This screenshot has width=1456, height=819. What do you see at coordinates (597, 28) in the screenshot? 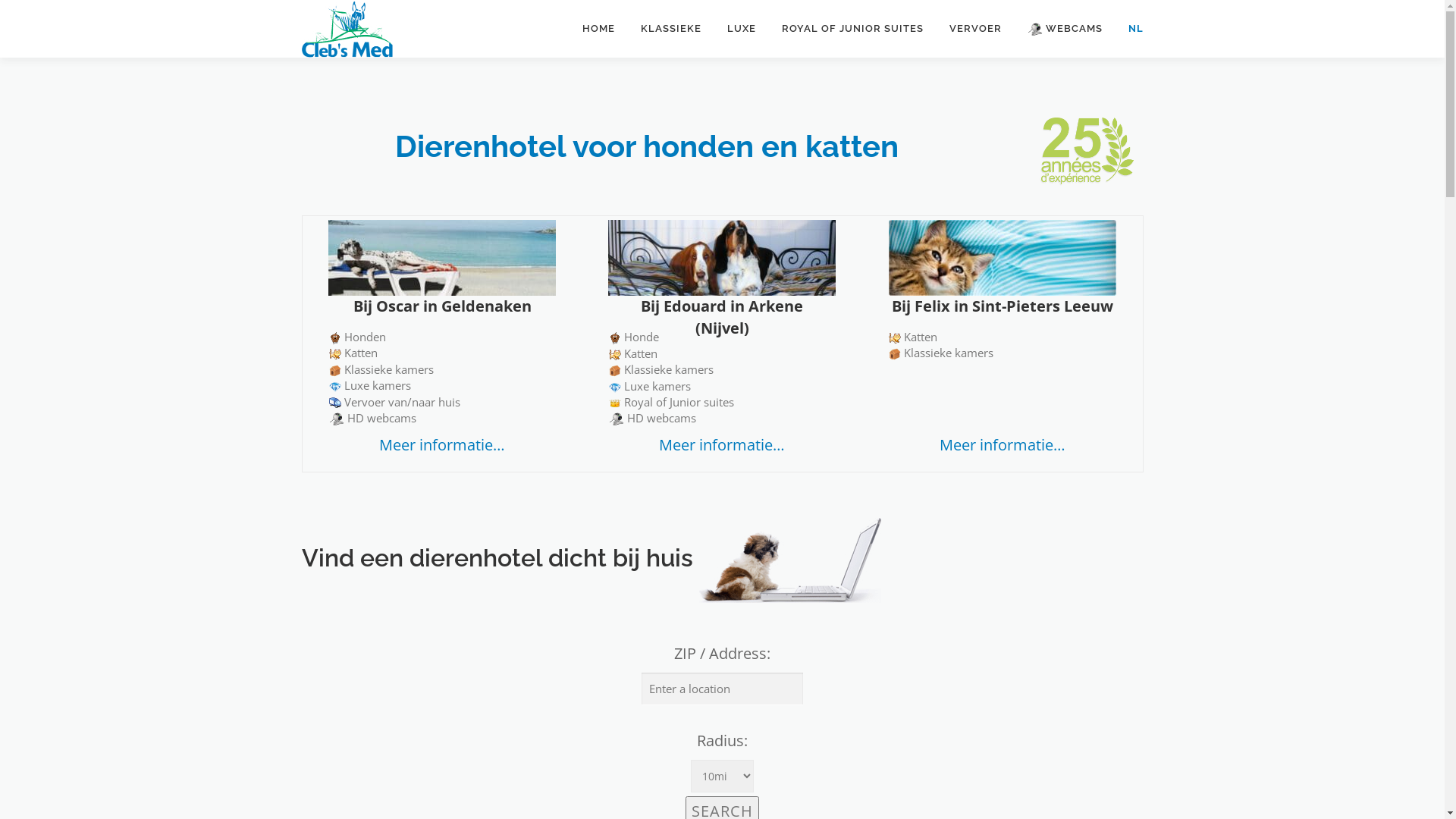
I see `'HOME'` at bounding box center [597, 28].